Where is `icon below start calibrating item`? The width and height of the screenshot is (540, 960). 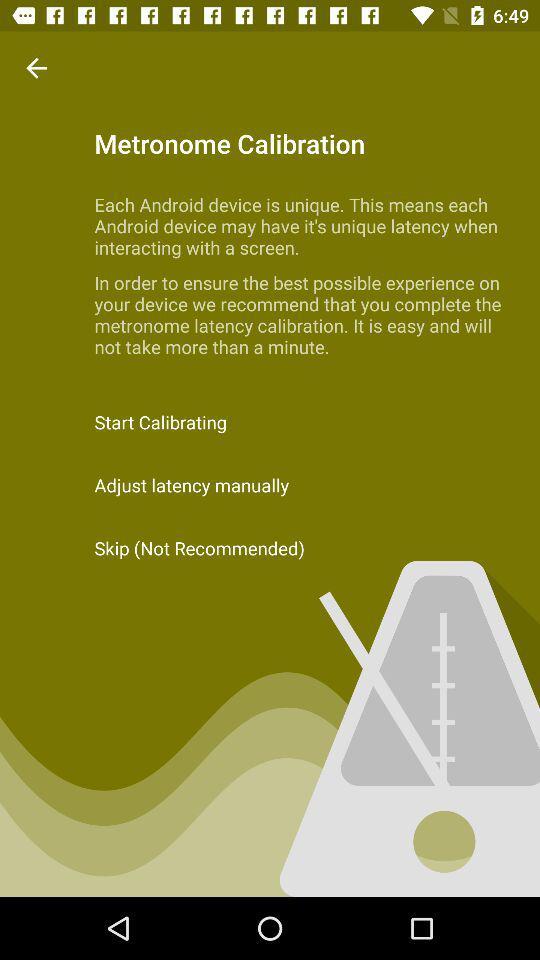 icon below start calibrating item is located at coordinates (270, 484).